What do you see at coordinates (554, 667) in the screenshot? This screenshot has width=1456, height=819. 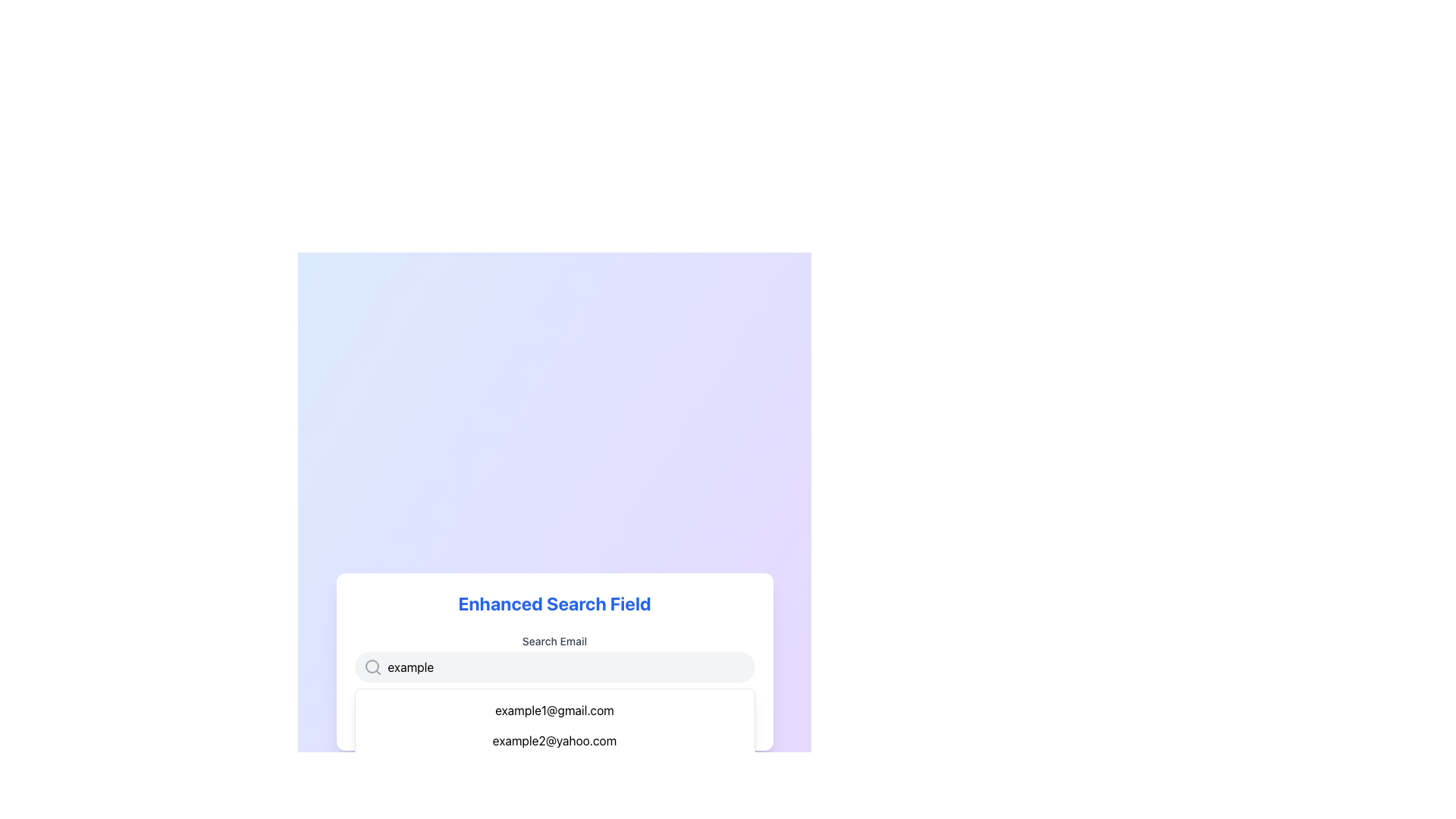 I see `the partial text in the rounded search bar containing the text 'example', located beneath the heading 'Search Email'` at bounding box center [554, 667].